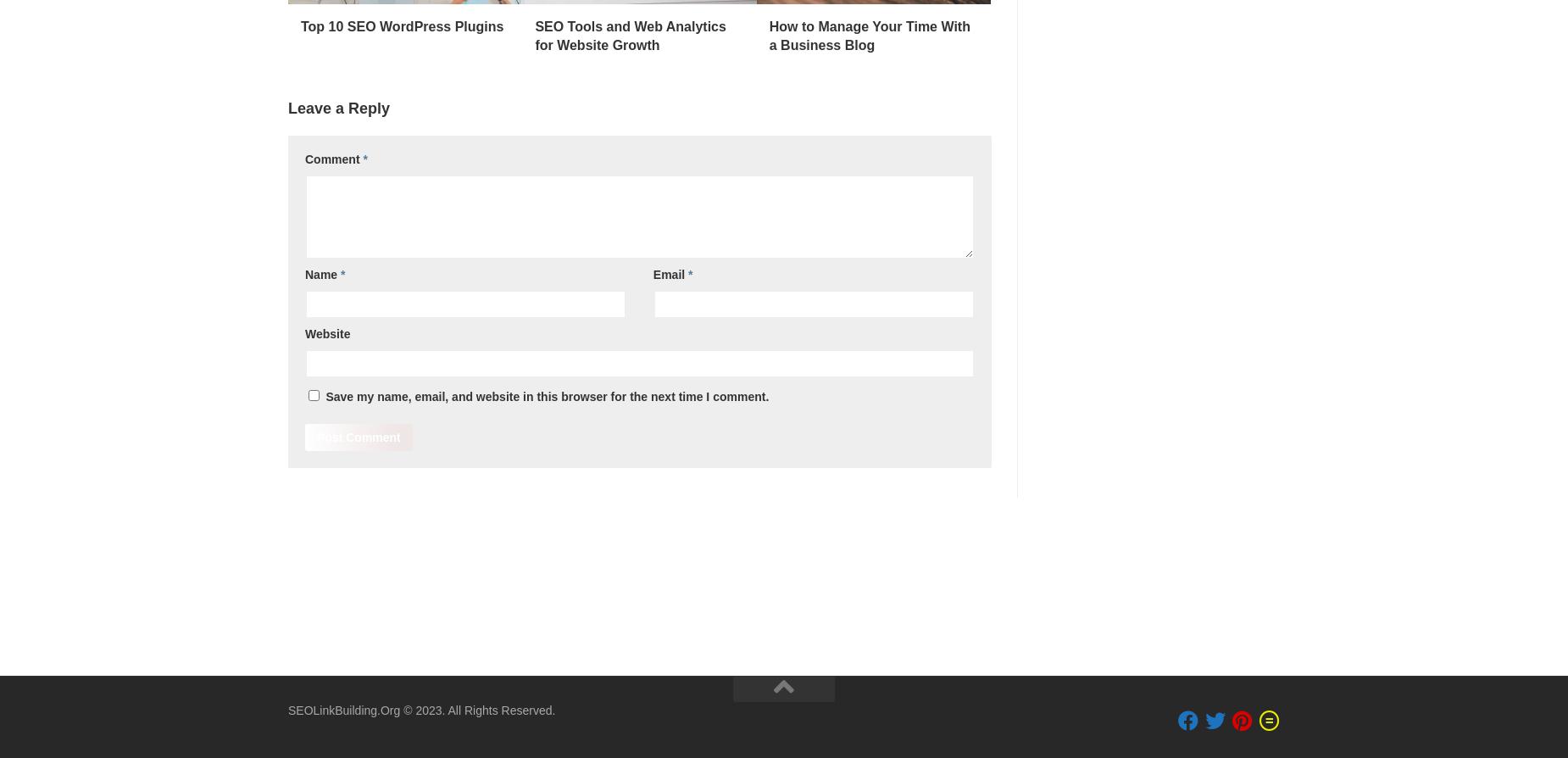 Image resolution: width=1568 pixels, height=758 pixels. Describe the element at coordinates (670, 273) in the screenshot. I see `'Email'` at that location.